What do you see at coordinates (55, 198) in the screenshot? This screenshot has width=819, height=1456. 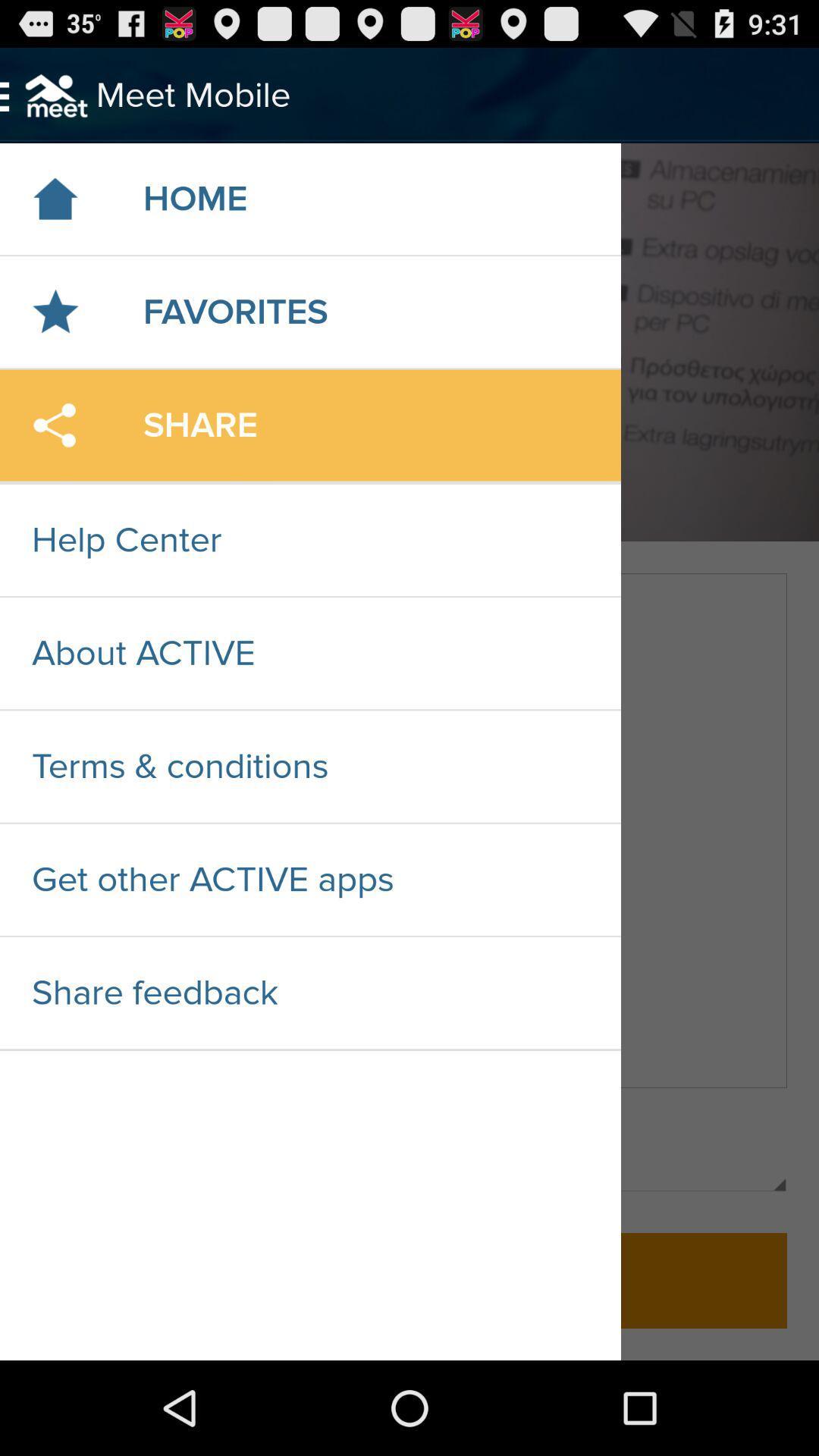 I see `the icon which is left side of home` at bounding box center [55, 198].